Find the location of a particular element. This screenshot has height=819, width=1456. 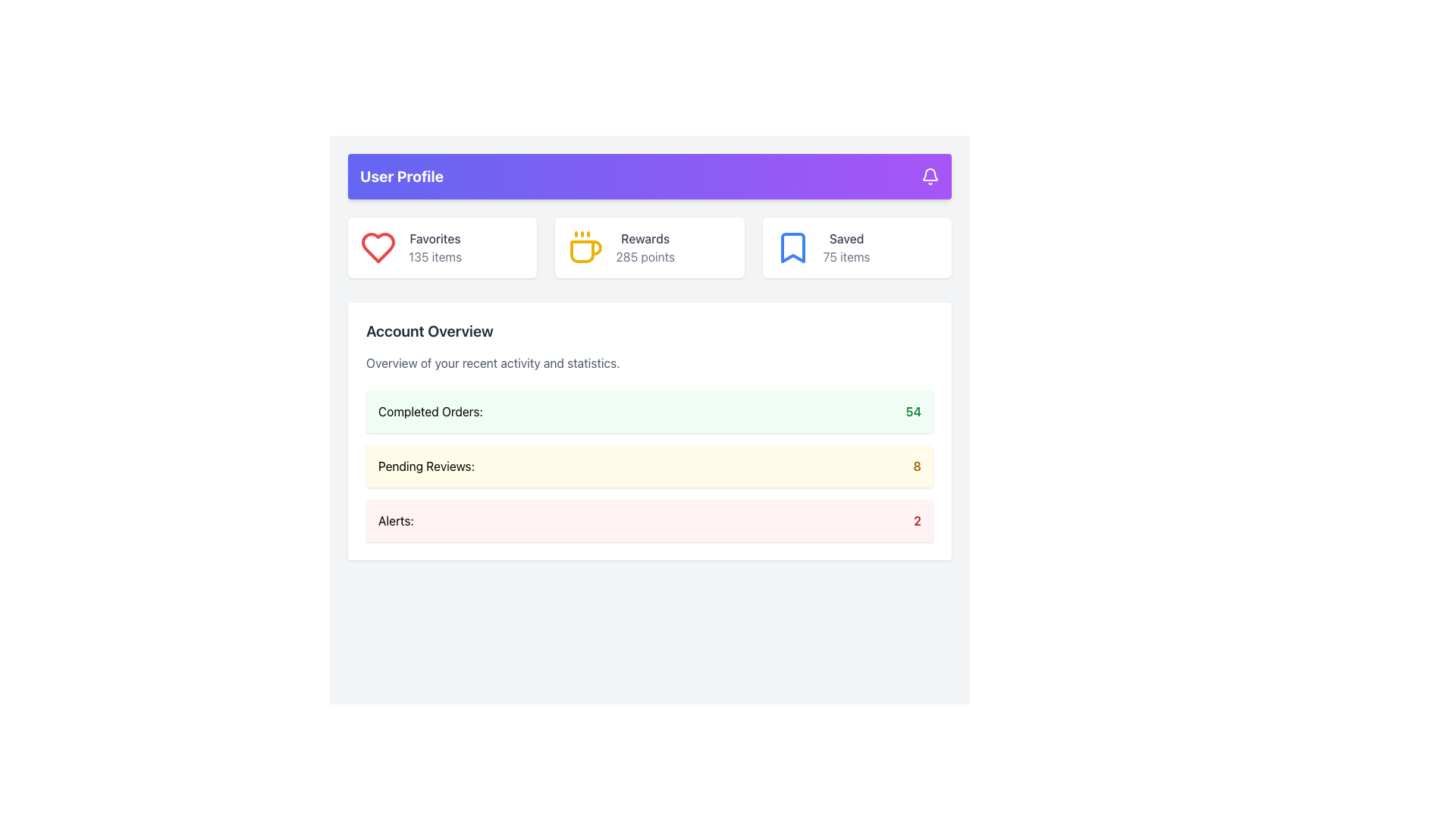

the Text Label that displays the number of saved items associated with a user, positioned below the 'Saved' label in a card at the top right of the layout is located at coordinates (846, 256).